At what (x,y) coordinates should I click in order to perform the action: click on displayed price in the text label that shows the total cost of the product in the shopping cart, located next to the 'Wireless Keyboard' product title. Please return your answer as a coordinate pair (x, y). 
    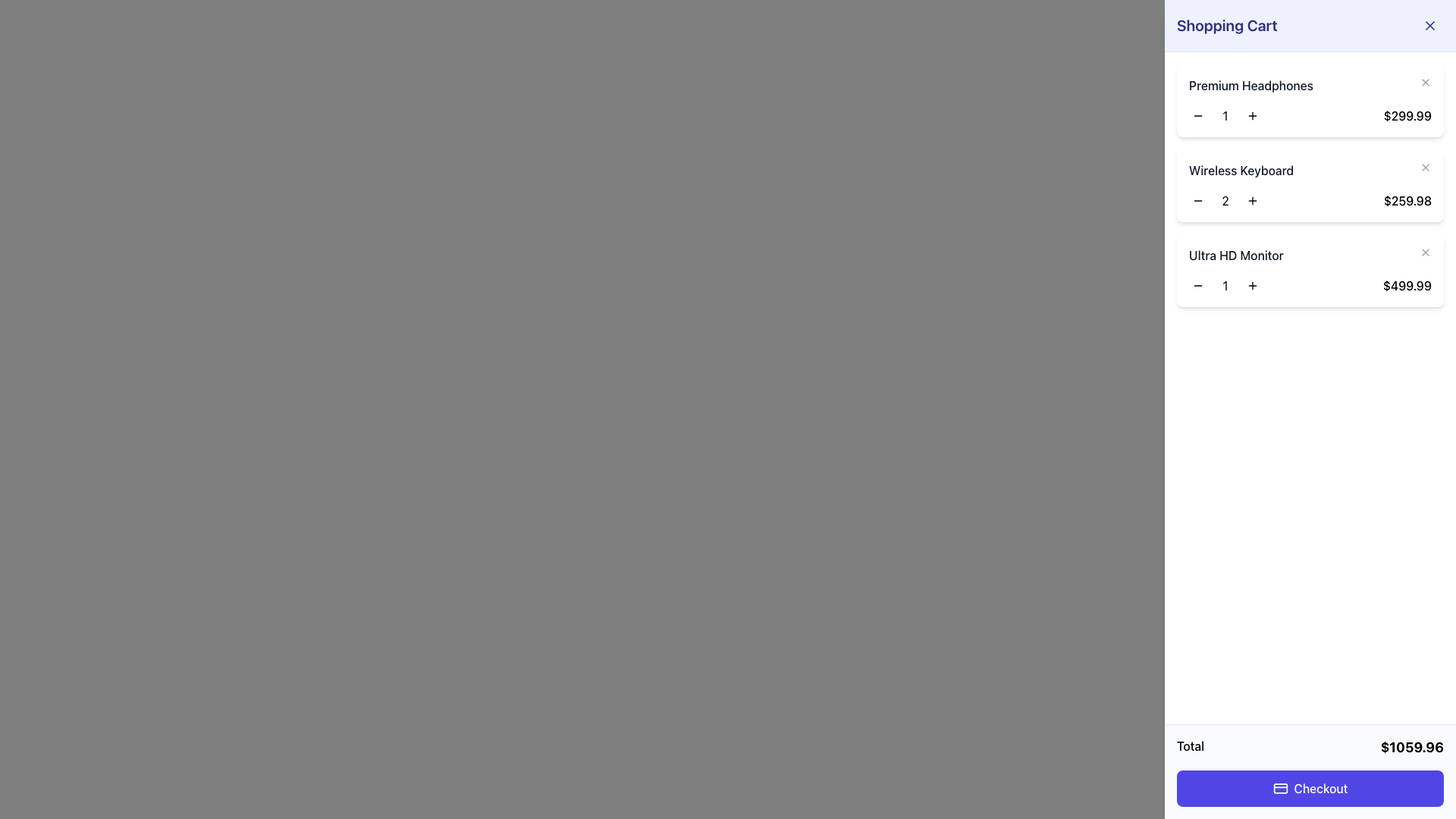
    Looking at the image, I should click on (1407, 200).